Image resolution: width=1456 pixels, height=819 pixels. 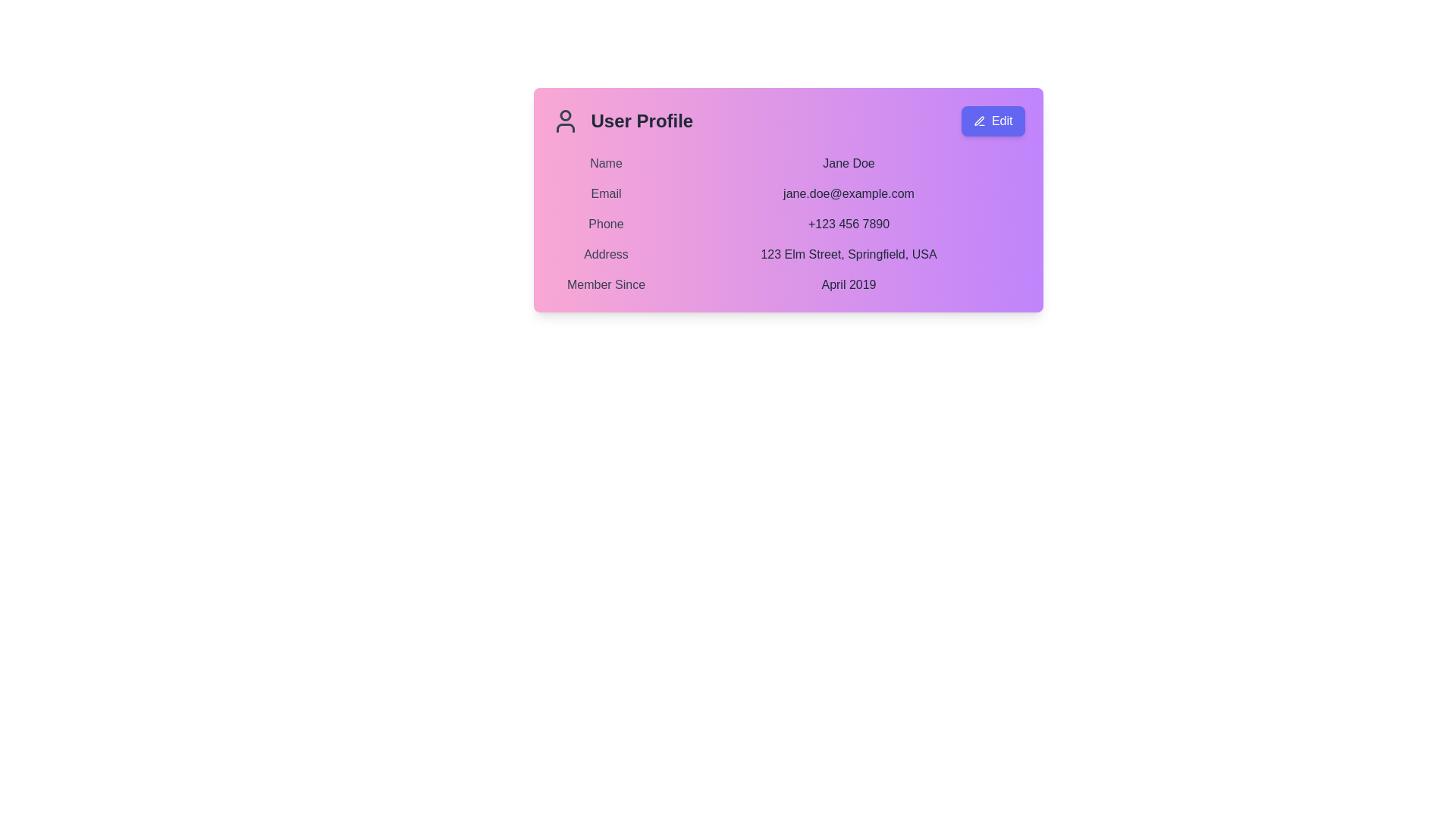 What do you see at coordinates (979, 120) in the screenshot?
I see `the pen icon on the Edit button located at the top-right corner of the user profile card` at bounding box center [979, 120].